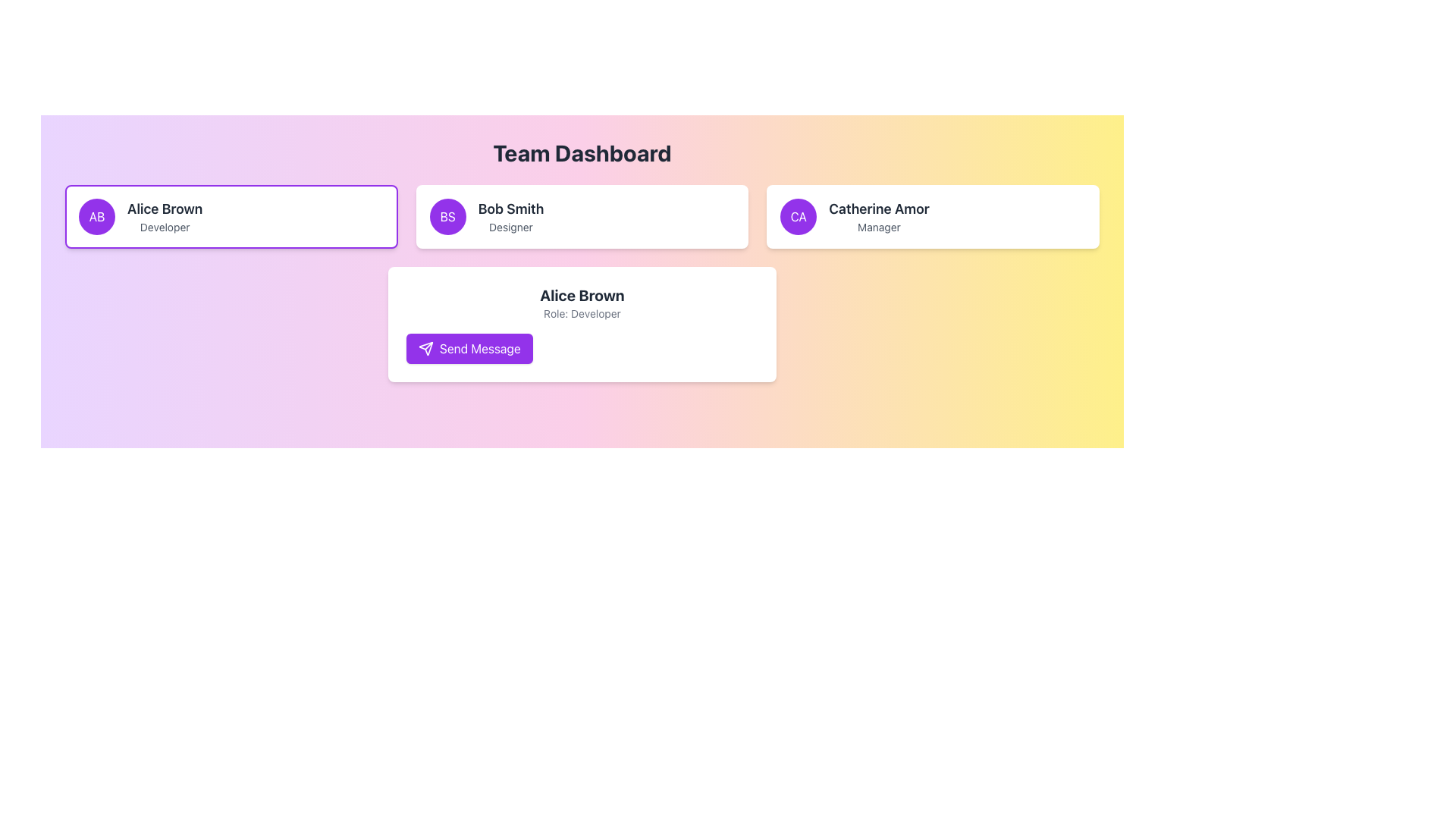 The height and width of the screenshot is (819, 1456). Describe the element at coordinates (165, 216) in the screenshot. I see `text block displaying the name and job title of the team member, located in the leftmost card of the layout, positioned to the right of a purple circle containing 'AB'` at that location.